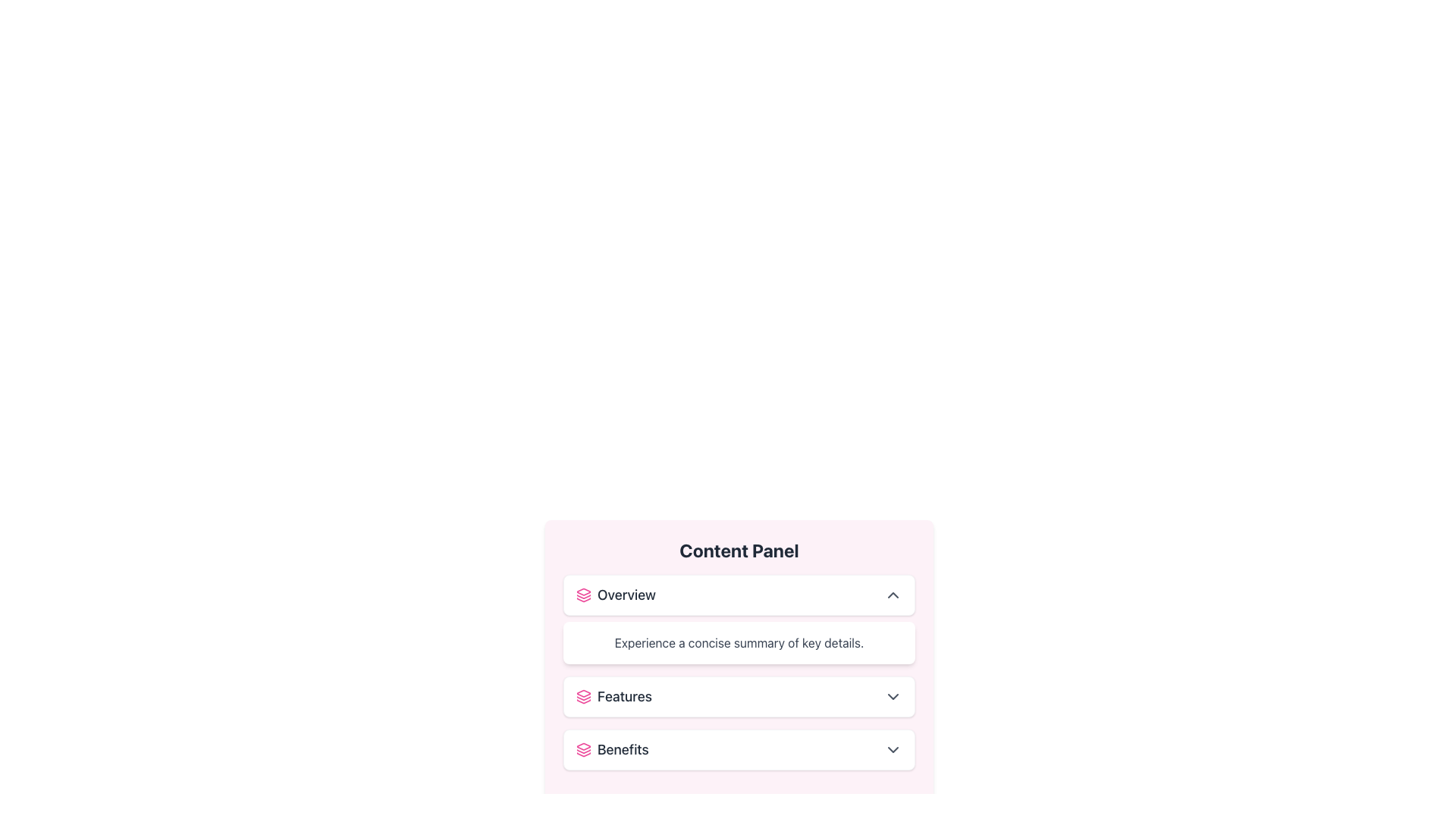 Image resolution: width=1456 pixels, height=819 pixels. Describe the element at coordinates (612, 748) in the screenshot. I see `text from the 'Benefits' text label styled in medium-sized gray font, located adjacent to a pink icon resembling layered sheets` at that location.